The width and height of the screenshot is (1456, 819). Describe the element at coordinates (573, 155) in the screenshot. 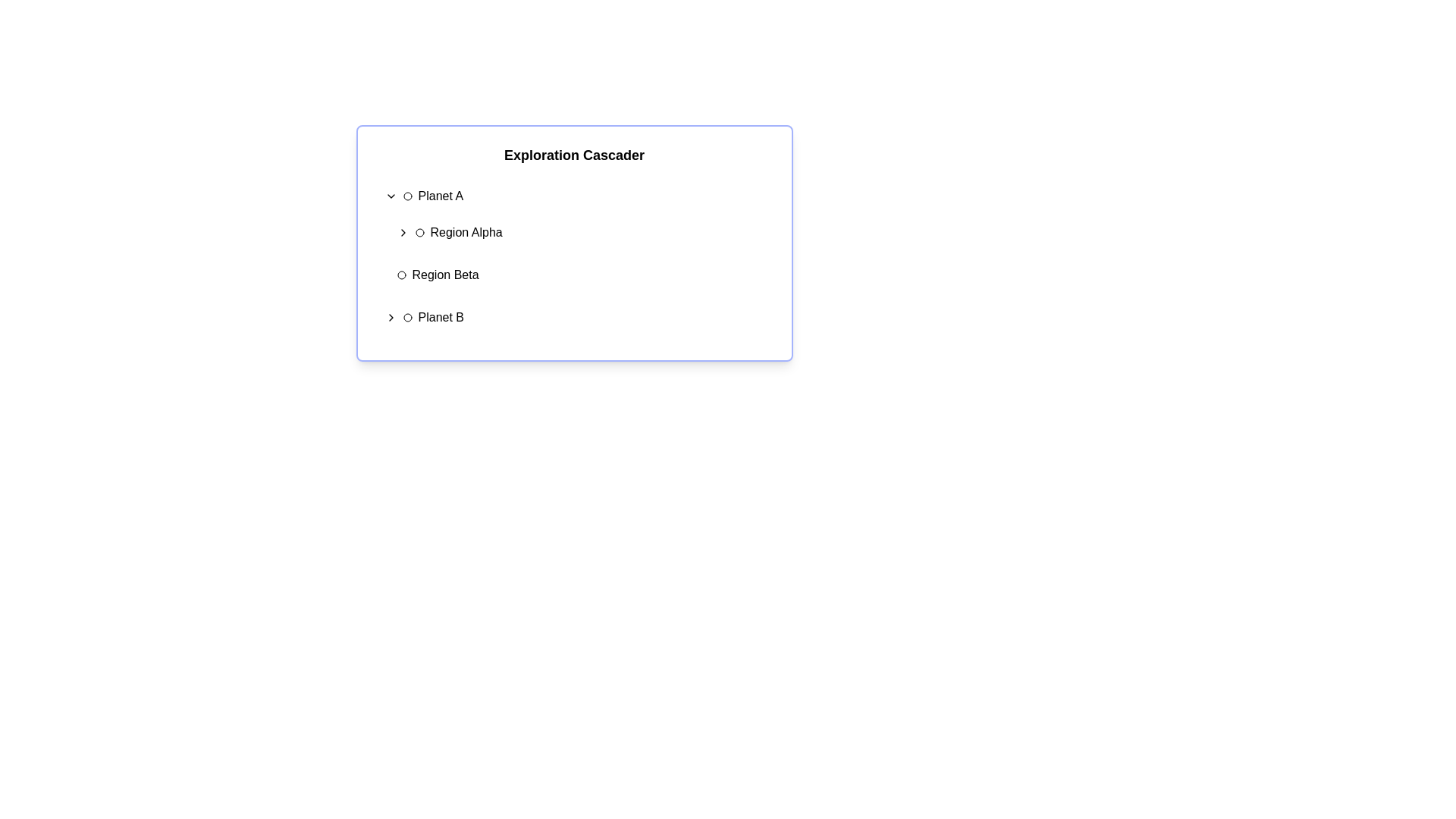

I see `the text heading 'Exploration Cascader', which is styled in bold and large font and located prominently at the top of its section` at that location.